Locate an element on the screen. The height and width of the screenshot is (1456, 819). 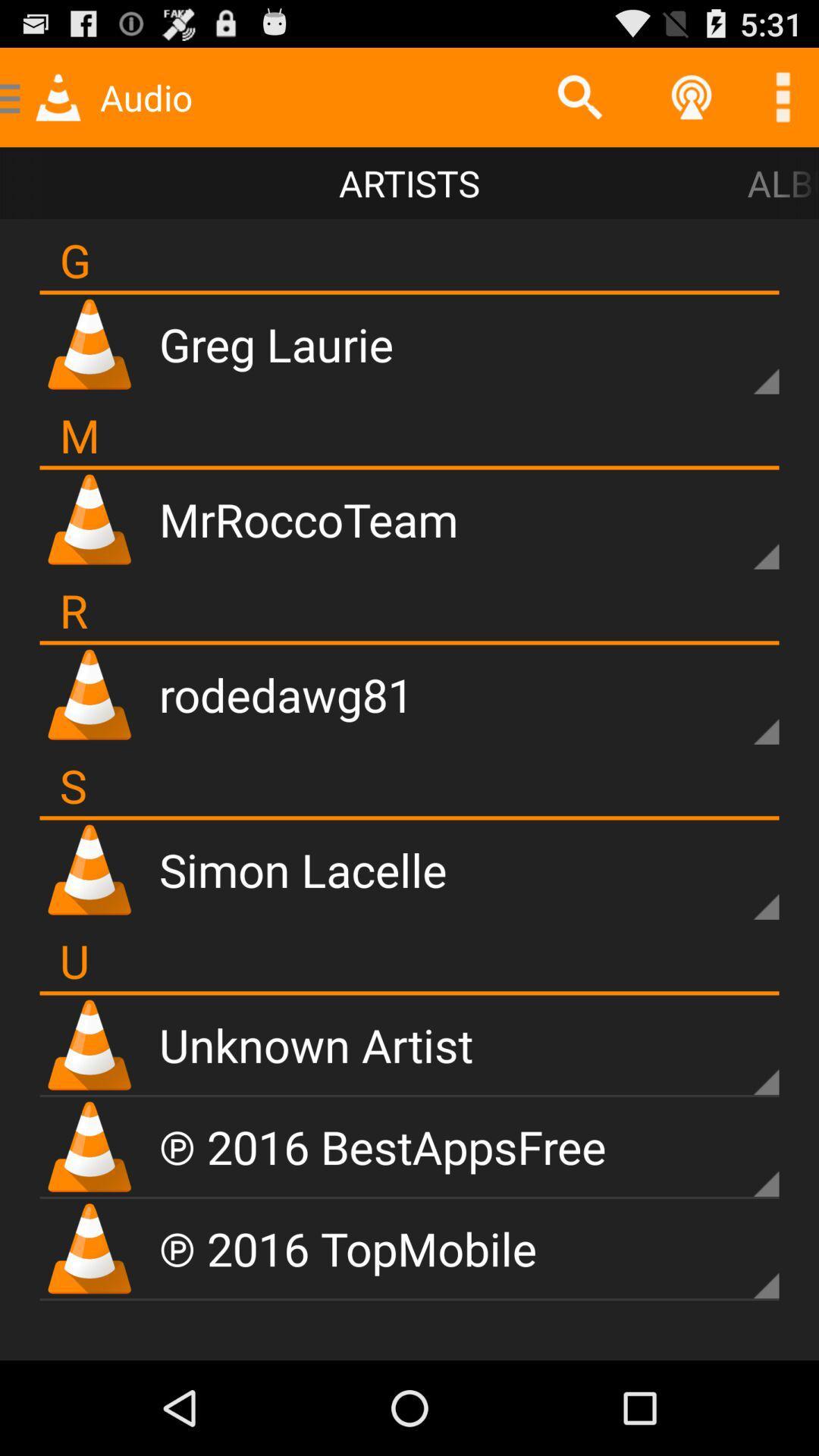
the item next to audio item is located at coordinates (579, 96).